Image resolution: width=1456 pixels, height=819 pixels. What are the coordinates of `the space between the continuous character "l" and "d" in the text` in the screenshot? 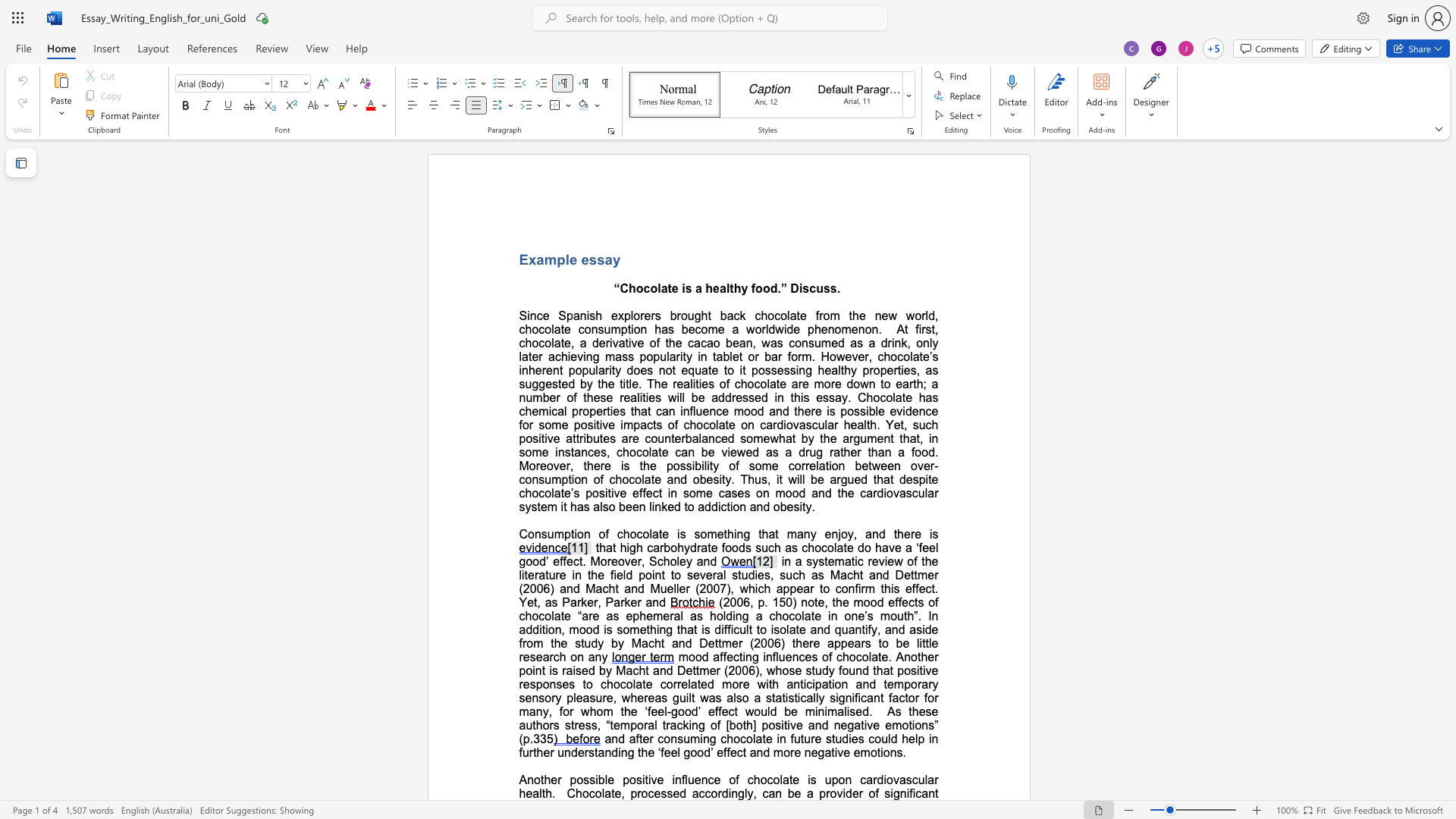 It's located at (626, 575).